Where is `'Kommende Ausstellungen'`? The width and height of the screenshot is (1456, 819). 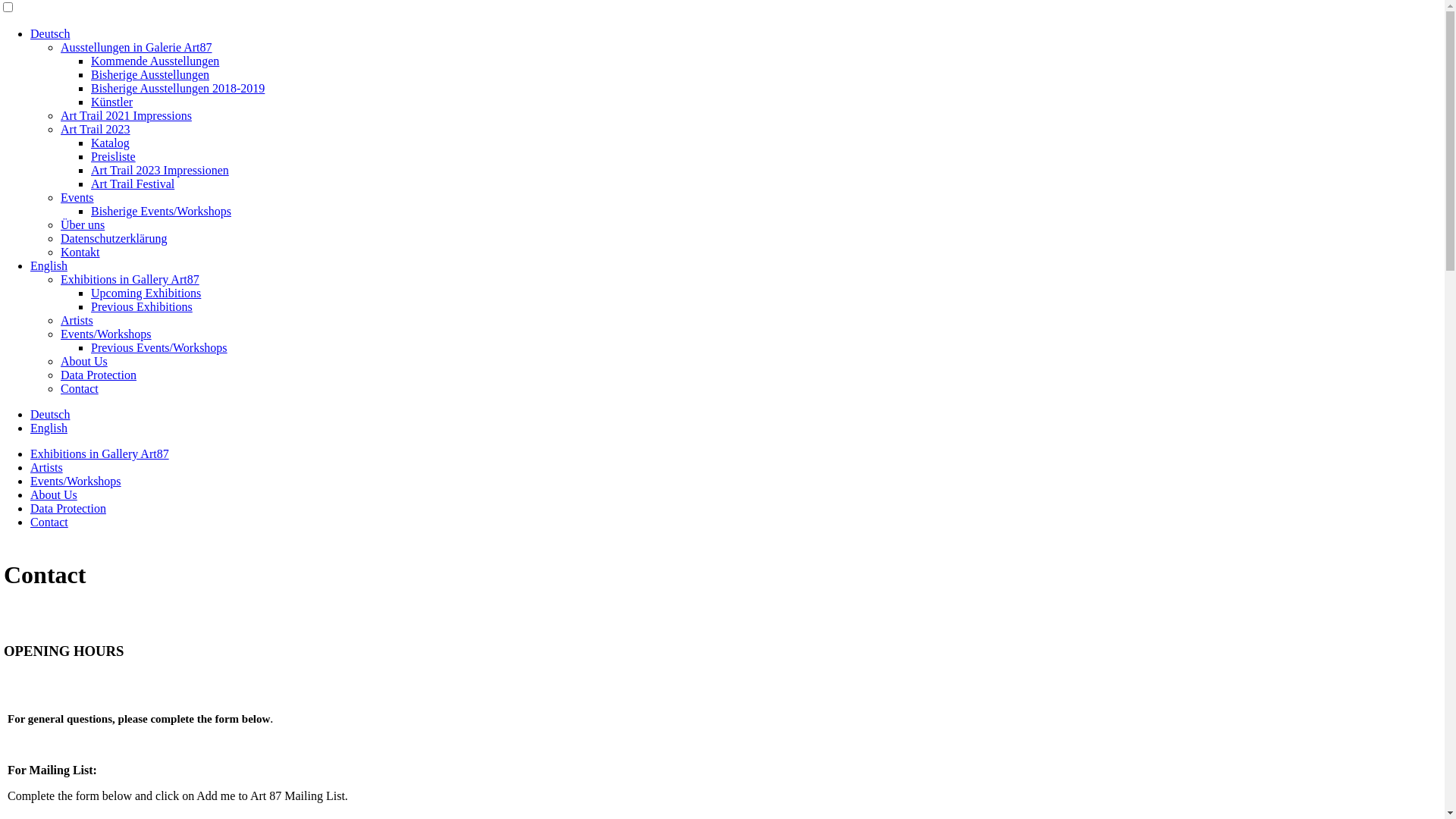
'Kommende Ausstellungen' is located at coordinates (155, 60).